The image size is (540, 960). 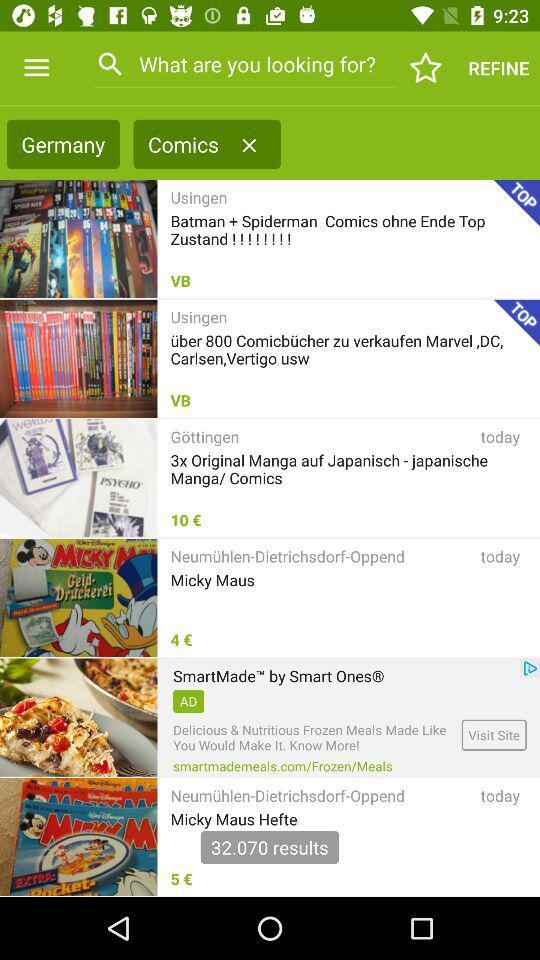 What do you see at coordinates (281, 765) in the screenshot?
I see `icon to the left of visit site` at bounding box center [281, 765].